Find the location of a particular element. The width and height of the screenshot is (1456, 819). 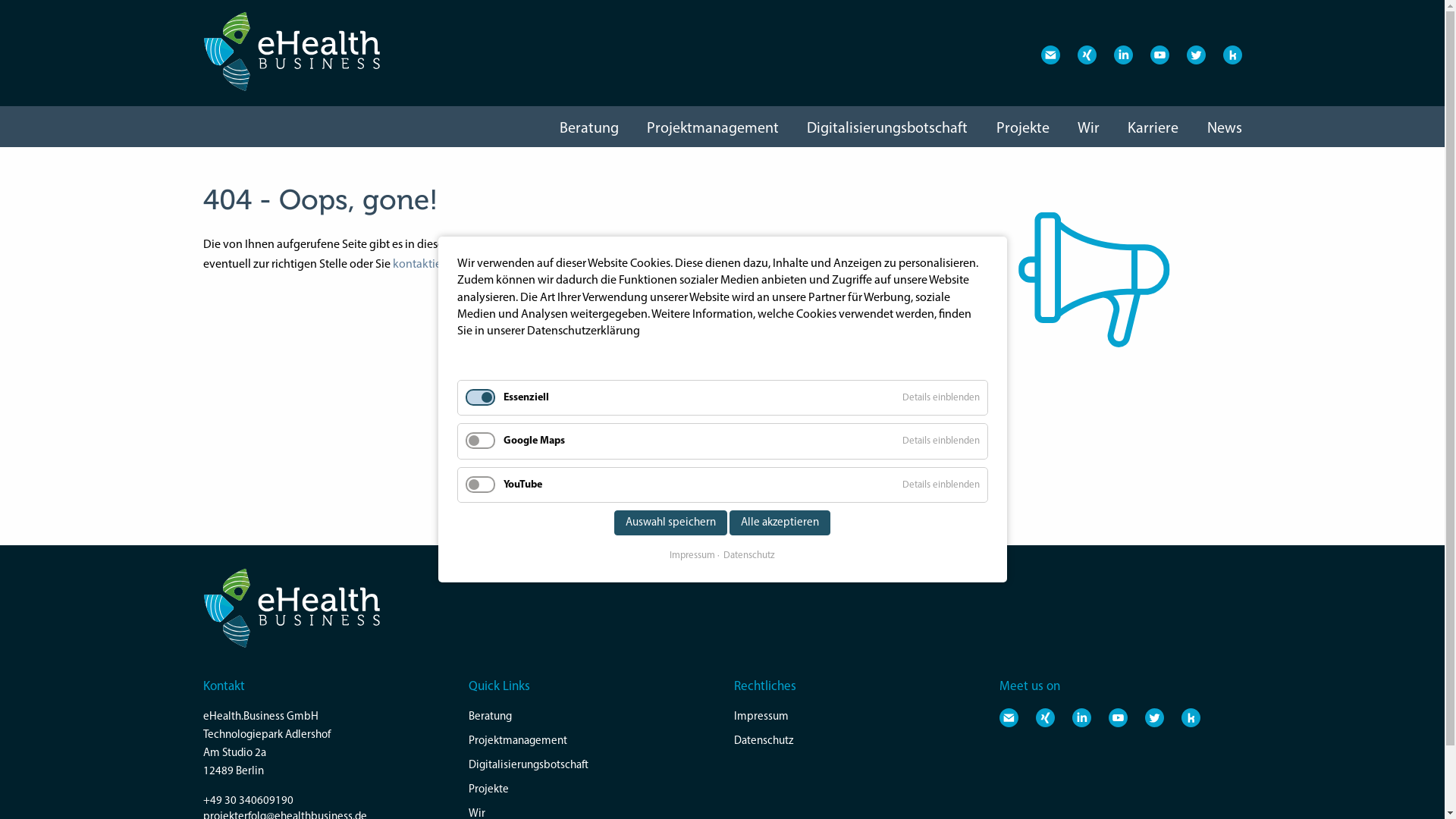

'News' is located at coordinates (1224, 127).